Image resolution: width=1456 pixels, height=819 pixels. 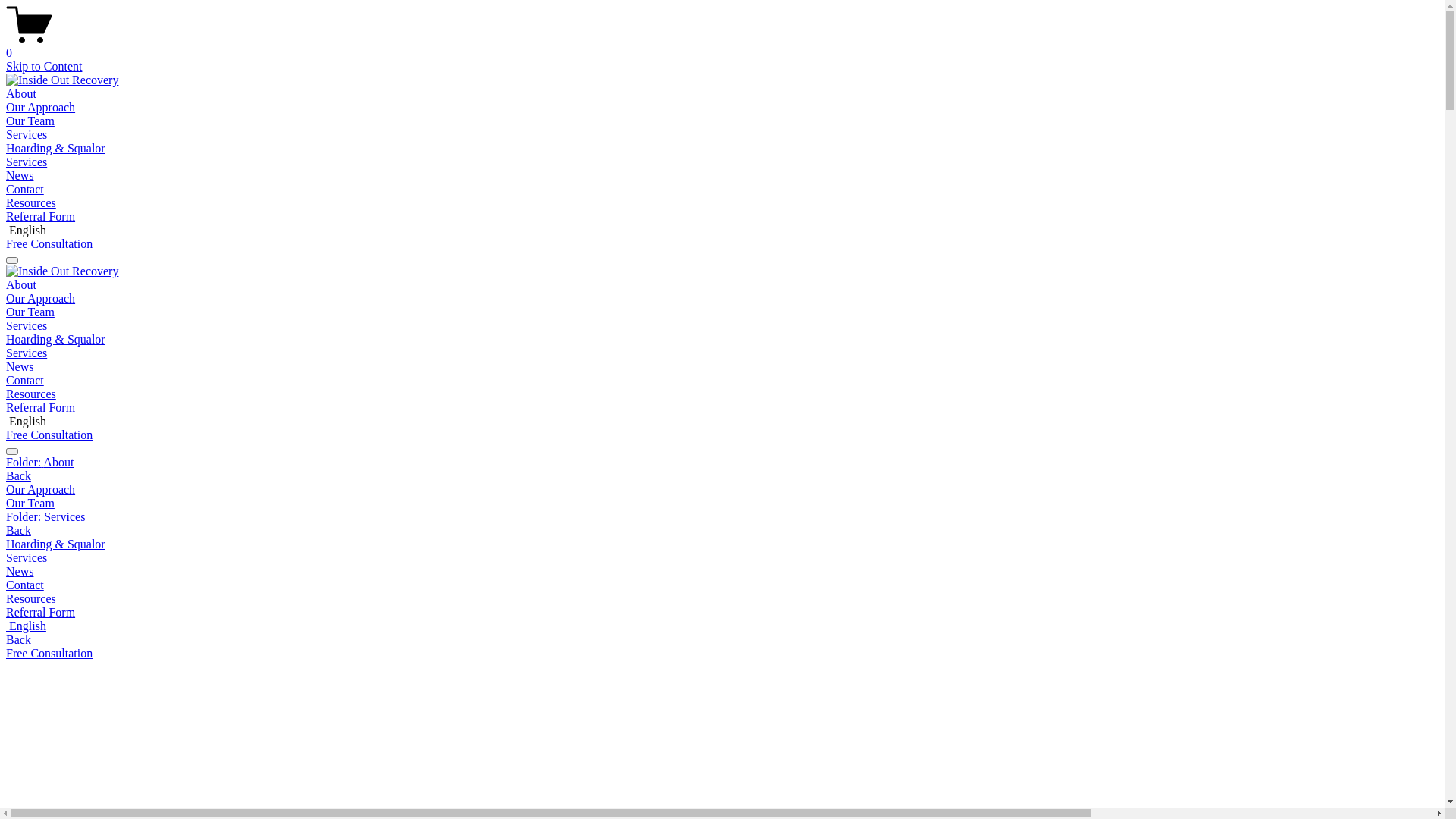 What do you see at coordinates (25, 188) in the screenshot?
I see `'Contact'` at bounding box center [25, 188].